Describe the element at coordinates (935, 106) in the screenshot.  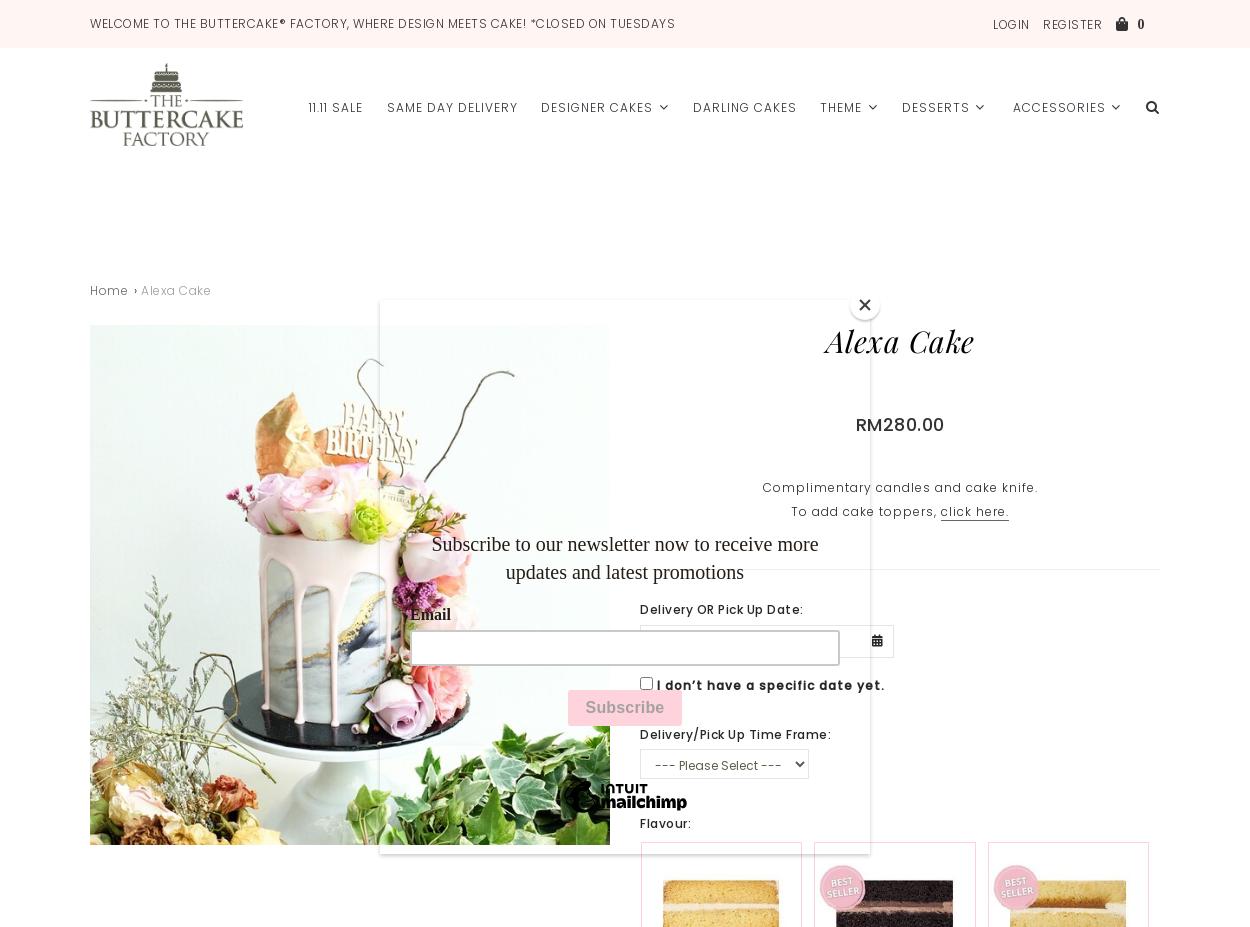
I see `'Desserts'` at that location.